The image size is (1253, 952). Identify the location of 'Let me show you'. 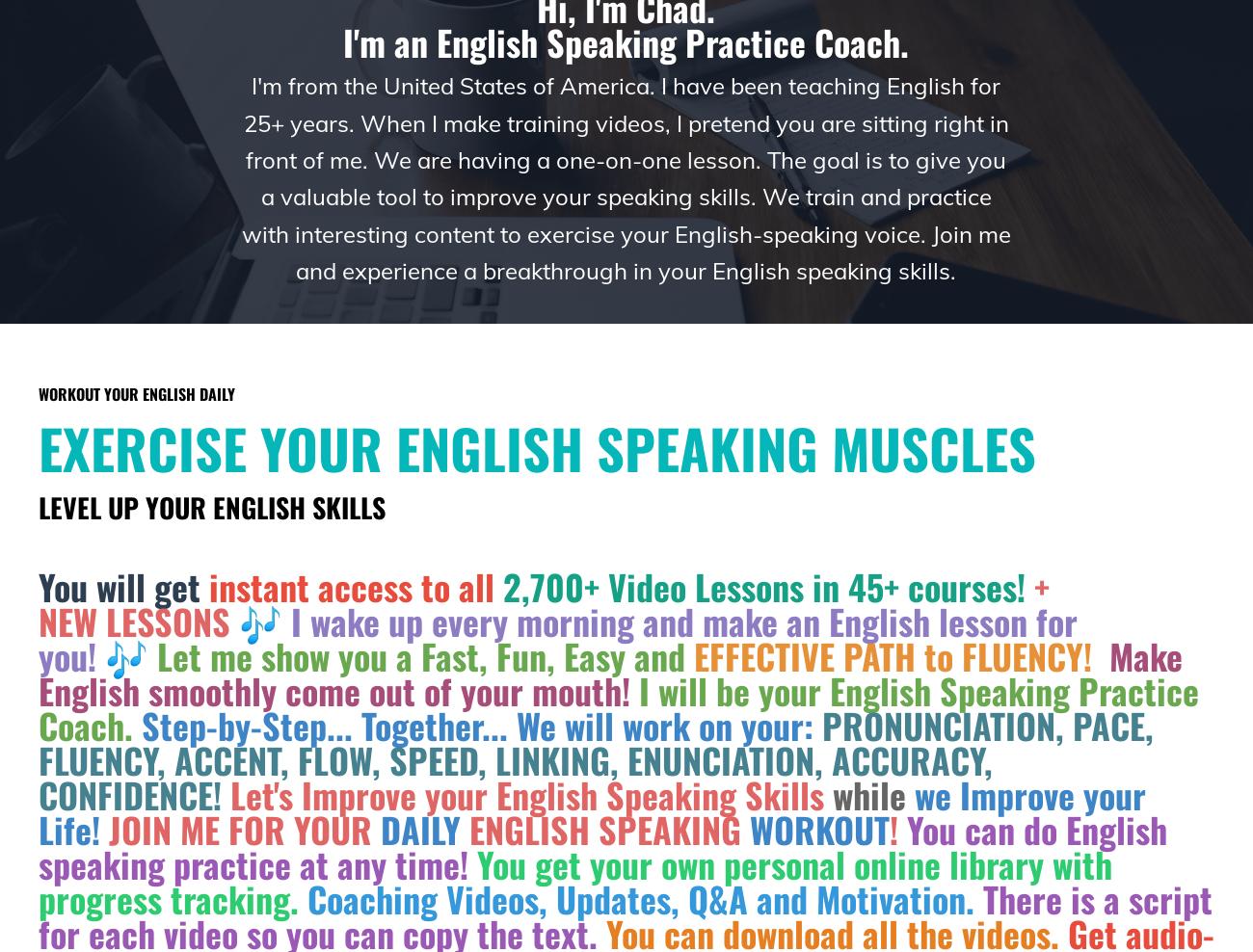
(277, 655).